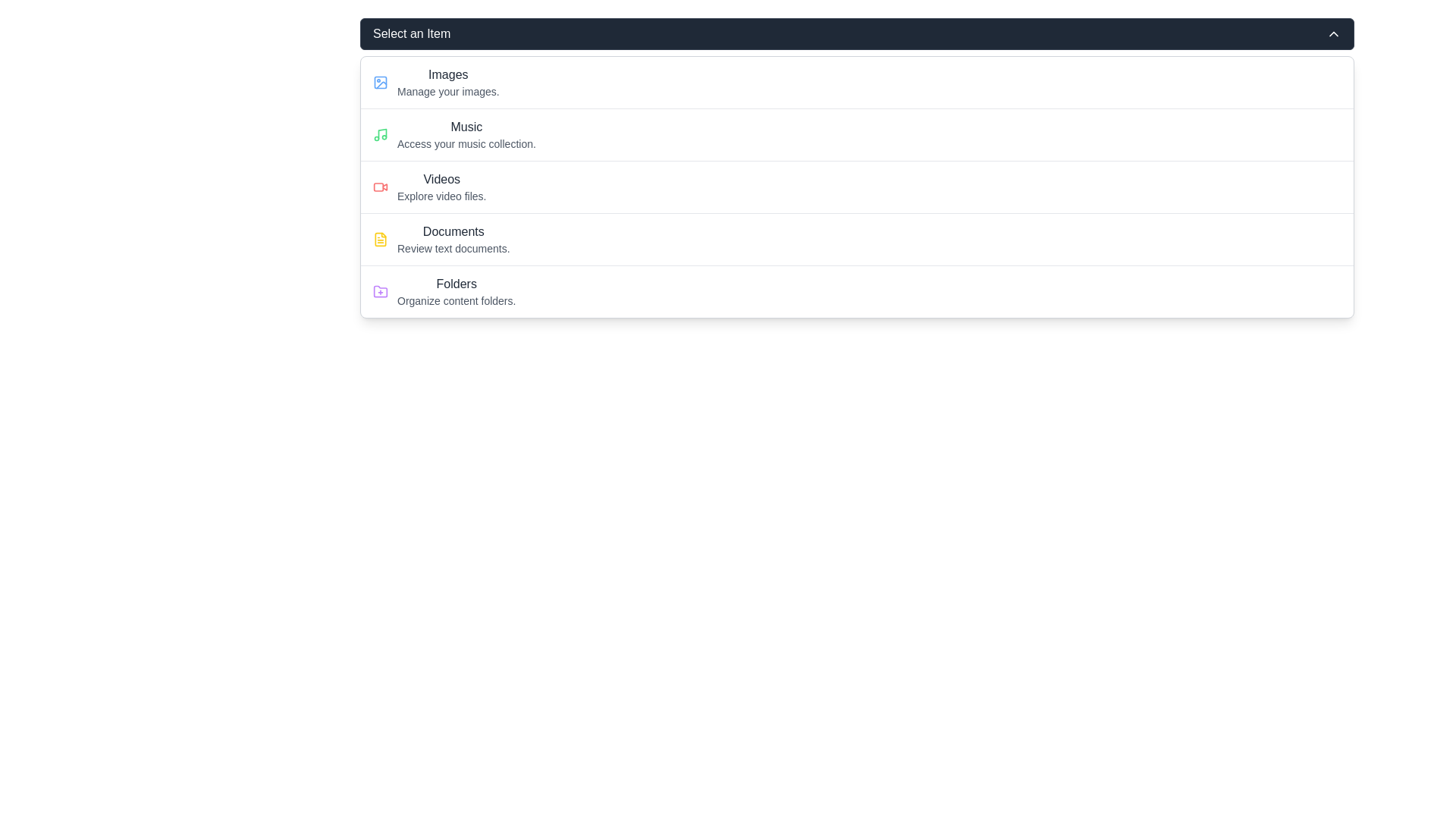 This screenshot has width=1456, height=819. Describe the element at coordinates (466, 133) in the screenshot. I see `the 'Music' text label, which is the second item in a vertical list and has a supporting subtitle 'Access your music collection.'` at that location.